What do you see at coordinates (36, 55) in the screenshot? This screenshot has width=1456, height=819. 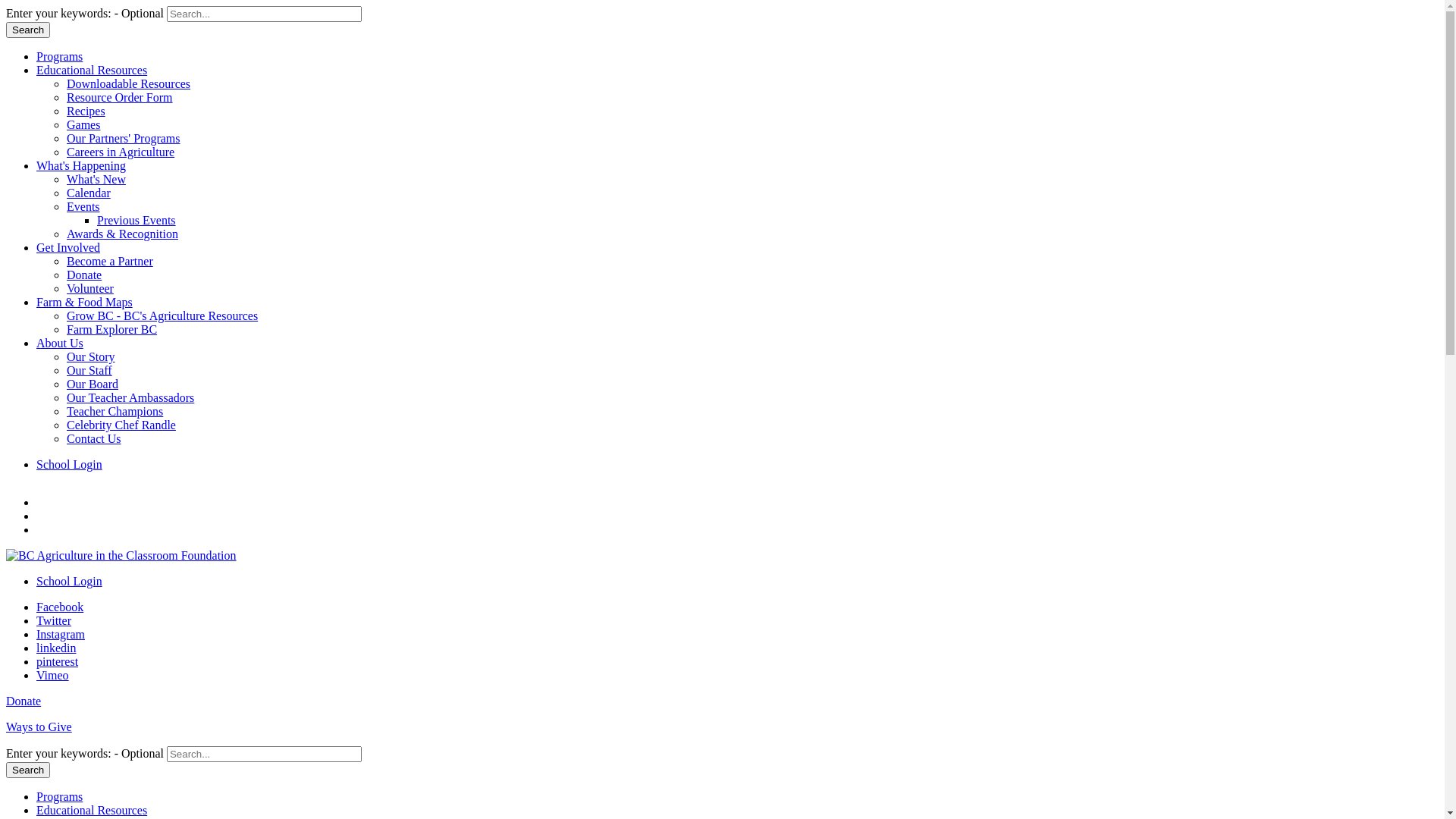 I see `'Programs'` at bounding box center [36, 55].